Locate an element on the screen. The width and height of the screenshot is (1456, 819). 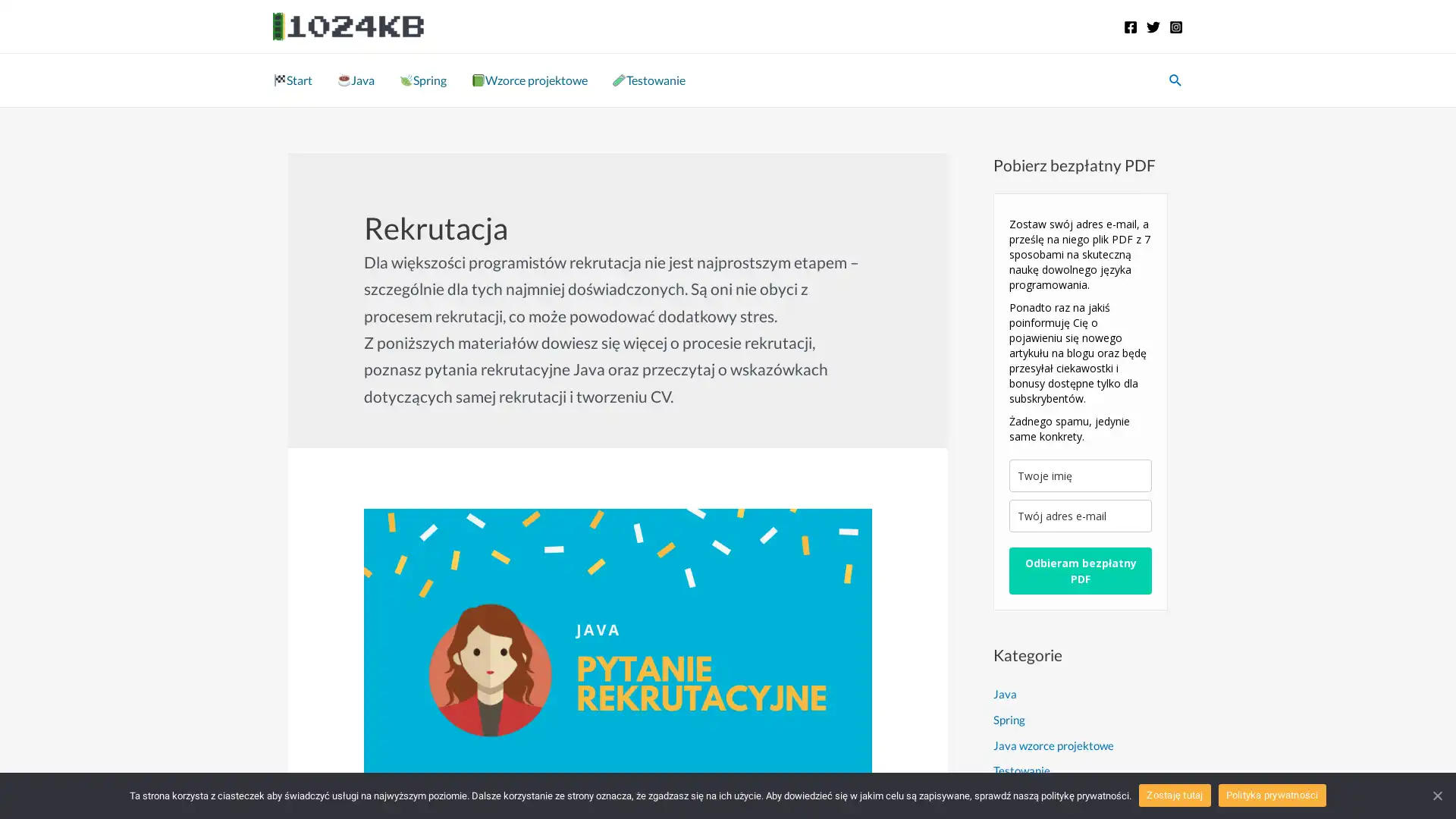
Odbieram bezpatny PDF is located at coordinates (1080, 570).